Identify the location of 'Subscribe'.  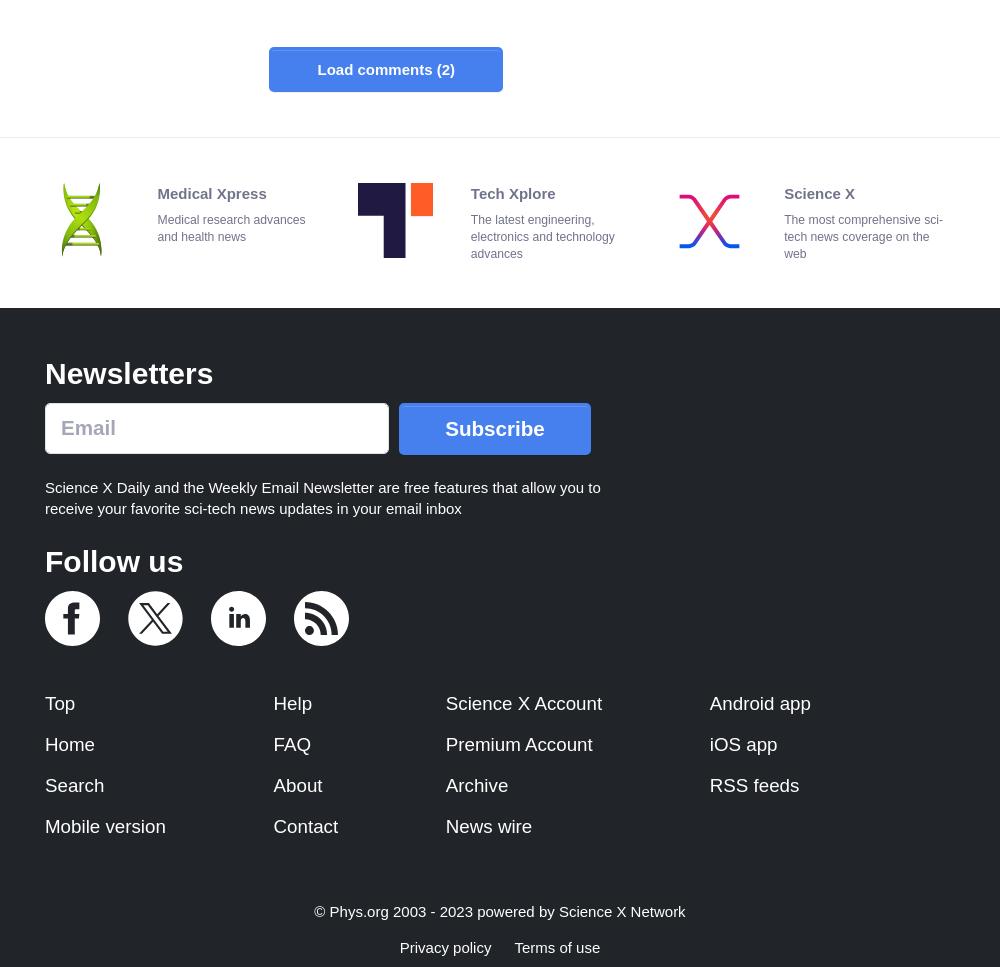
(444, 426).